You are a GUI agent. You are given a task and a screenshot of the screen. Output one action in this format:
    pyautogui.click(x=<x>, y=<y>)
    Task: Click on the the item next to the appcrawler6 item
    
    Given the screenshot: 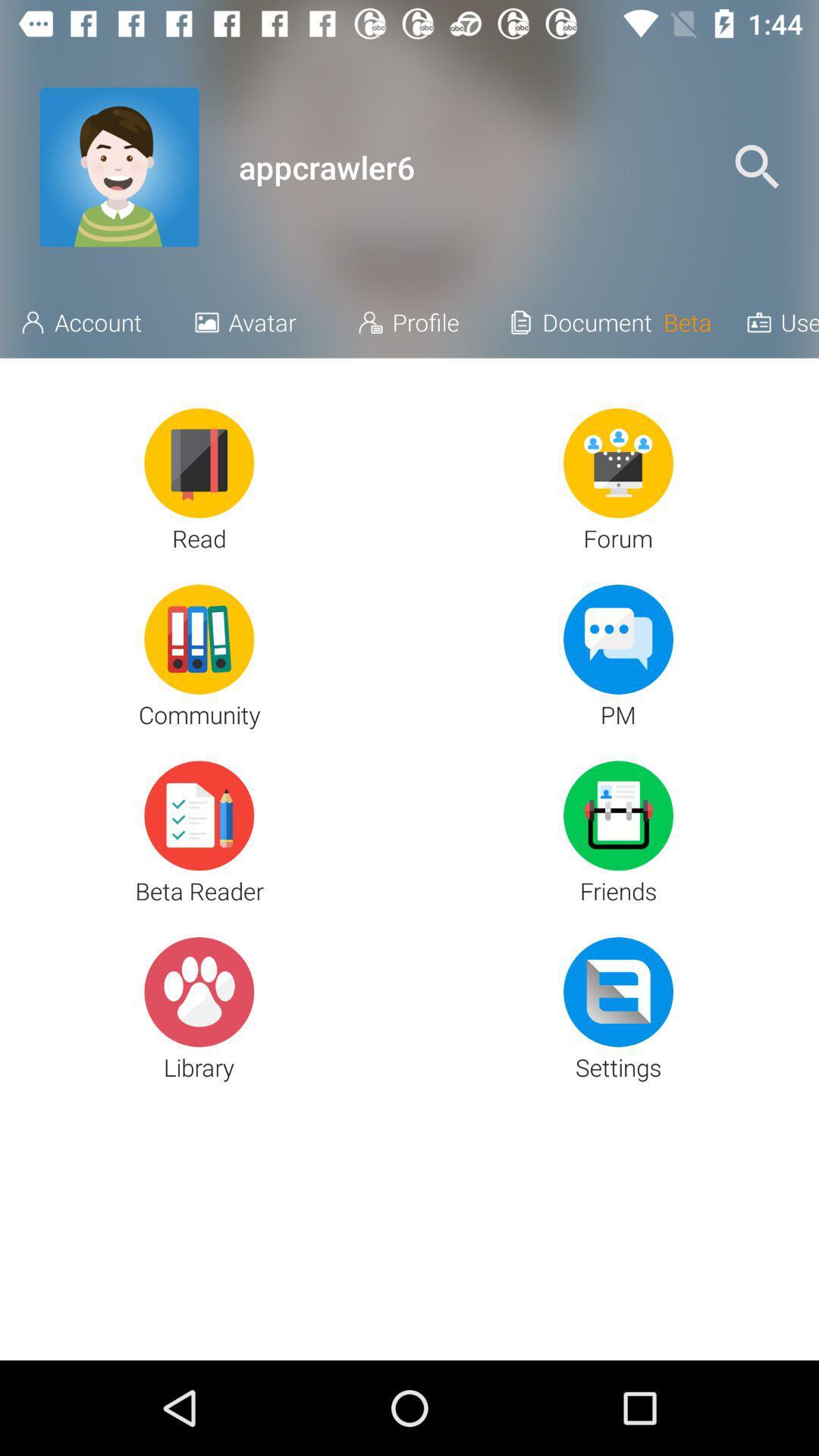 What is the action you would take?
    pyautogui.click(x=757, y=167)
    